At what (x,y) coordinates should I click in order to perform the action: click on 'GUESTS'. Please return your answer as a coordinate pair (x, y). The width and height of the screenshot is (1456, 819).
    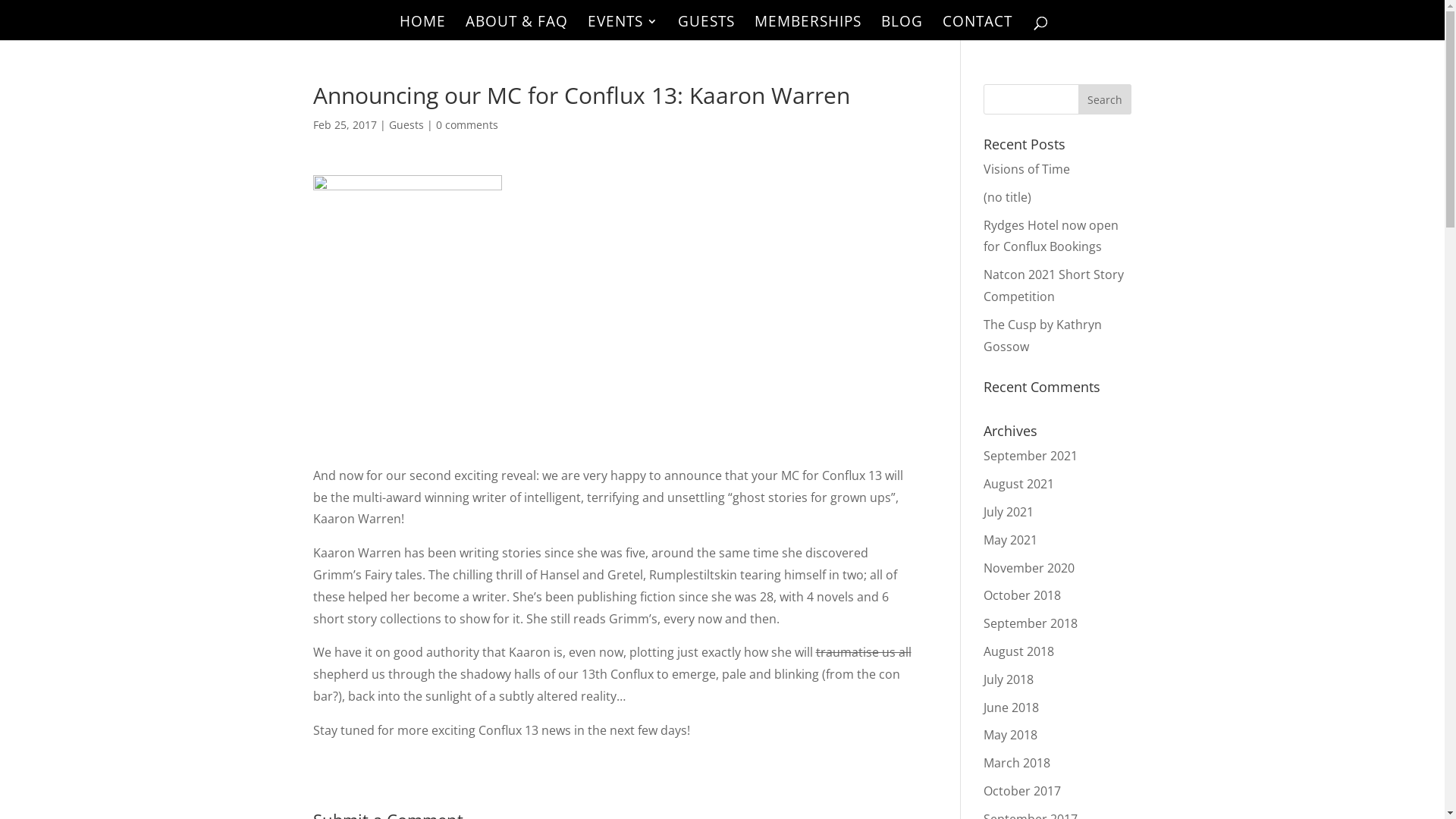
    Looking at the image, I should click on (705, 28).